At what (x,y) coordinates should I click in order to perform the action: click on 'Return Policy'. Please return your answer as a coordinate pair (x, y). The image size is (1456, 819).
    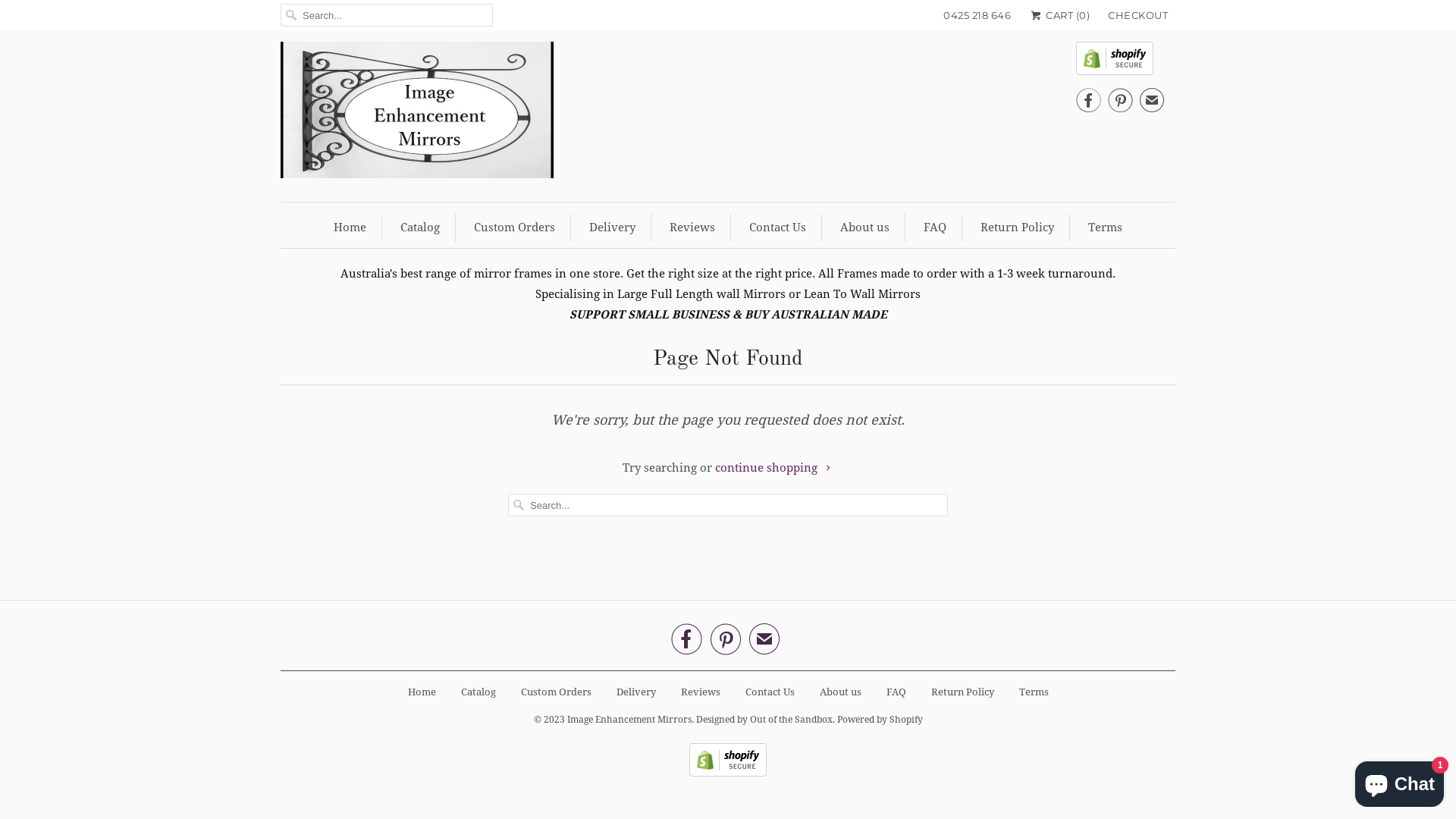
    Looking at the image, I should click on (962, 692).